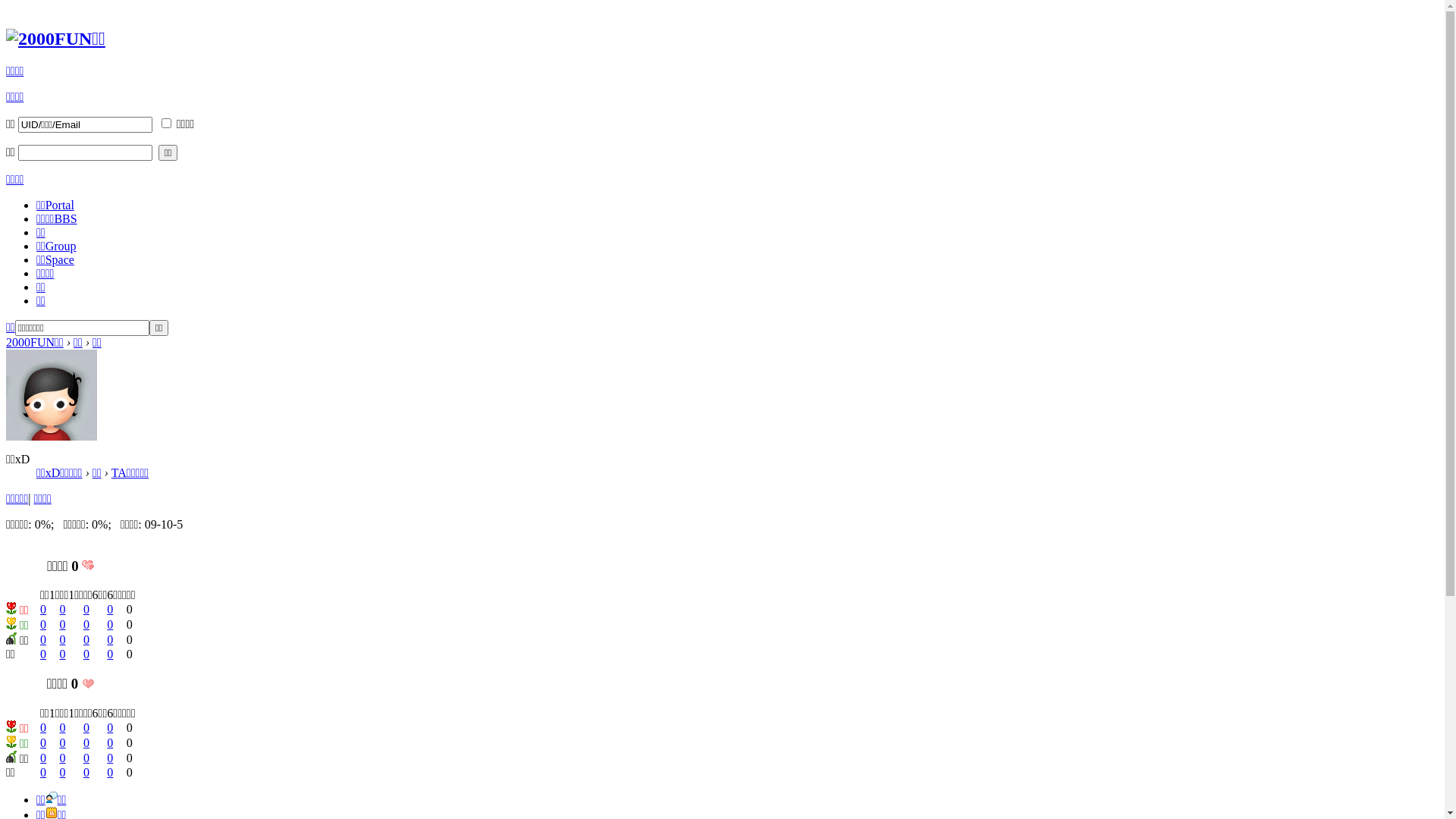 This screenshot has width=1456, height=819. I want to click on '0', so click(108, 772).